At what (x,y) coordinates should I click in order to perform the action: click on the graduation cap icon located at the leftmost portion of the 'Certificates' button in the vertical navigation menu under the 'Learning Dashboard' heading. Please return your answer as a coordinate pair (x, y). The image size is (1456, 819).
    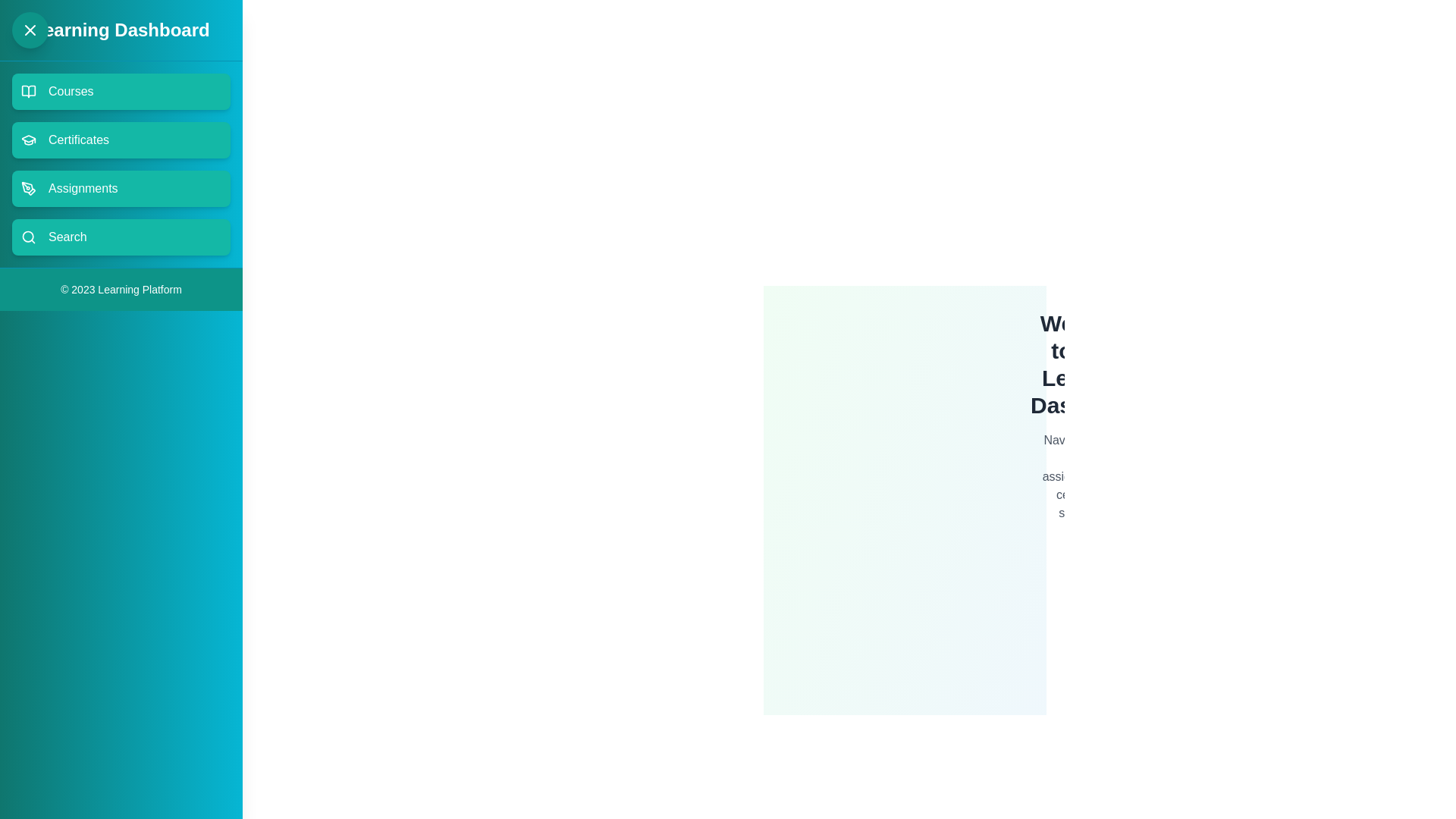
    Looking at the image, I should click on (29, 140).